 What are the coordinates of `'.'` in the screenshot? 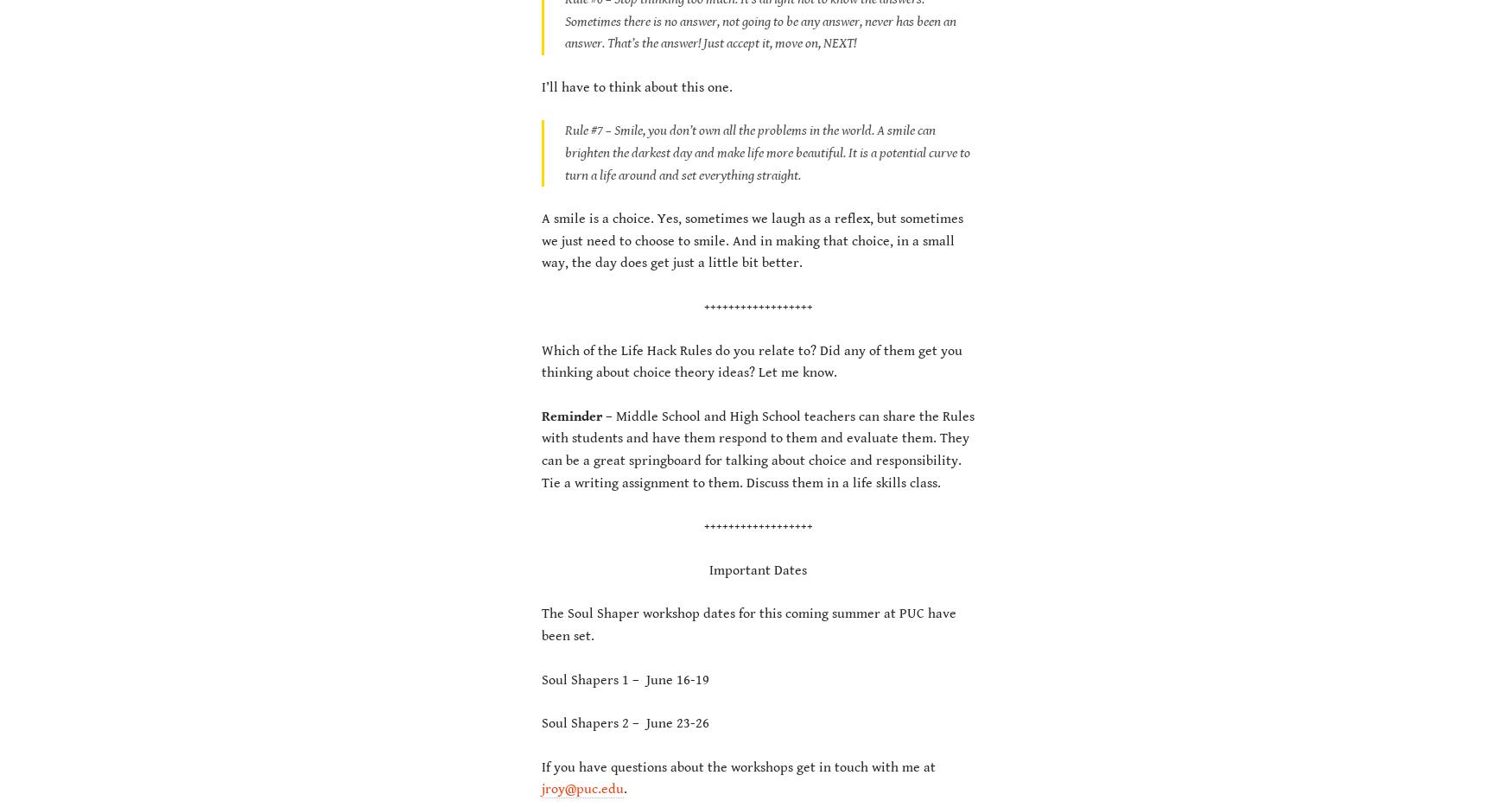 It's located at (625, 789).